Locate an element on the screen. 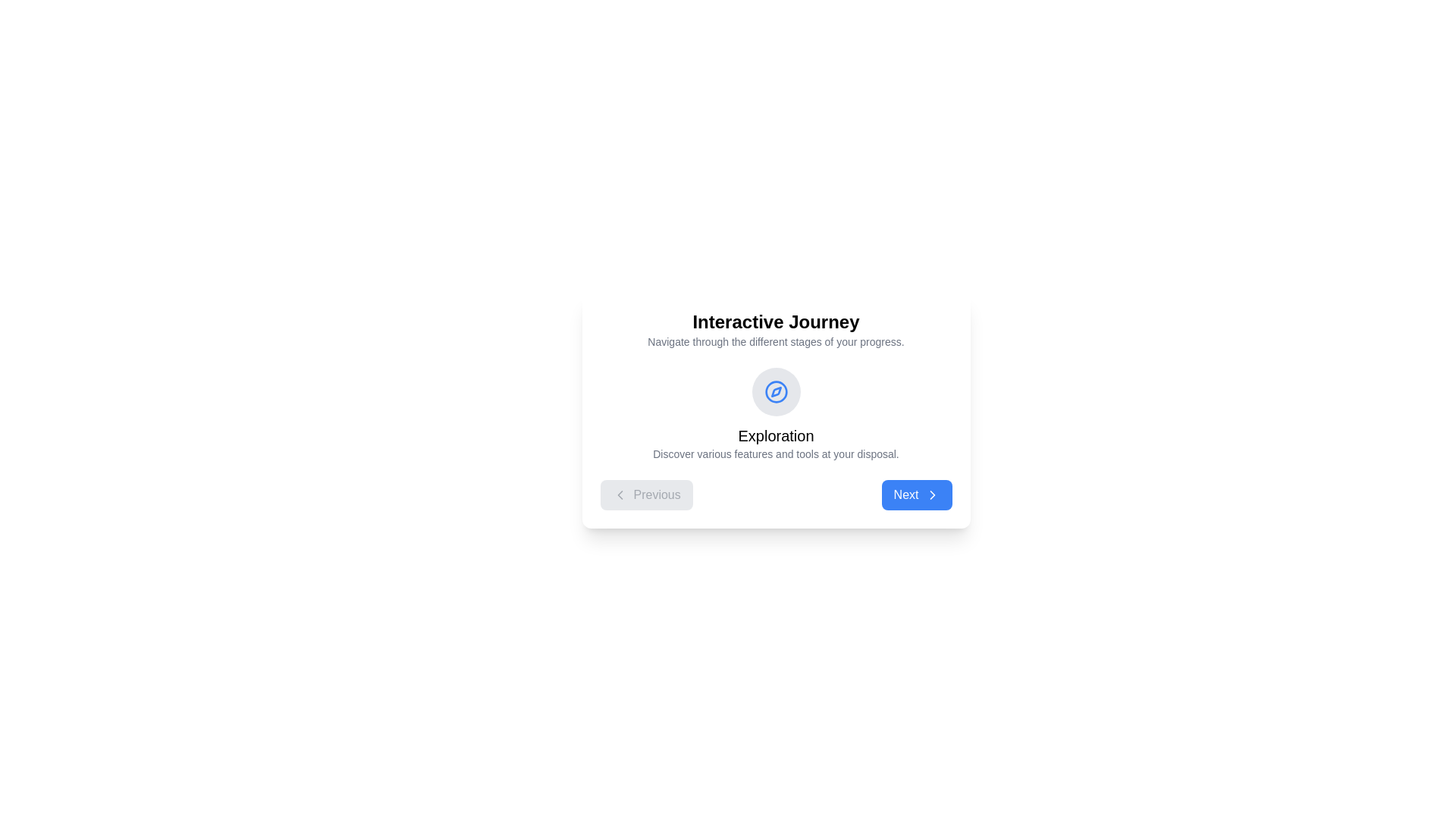  Icon located within the 'Previous' button at the lower left of the interactive card is located at coordinates (620, 494).